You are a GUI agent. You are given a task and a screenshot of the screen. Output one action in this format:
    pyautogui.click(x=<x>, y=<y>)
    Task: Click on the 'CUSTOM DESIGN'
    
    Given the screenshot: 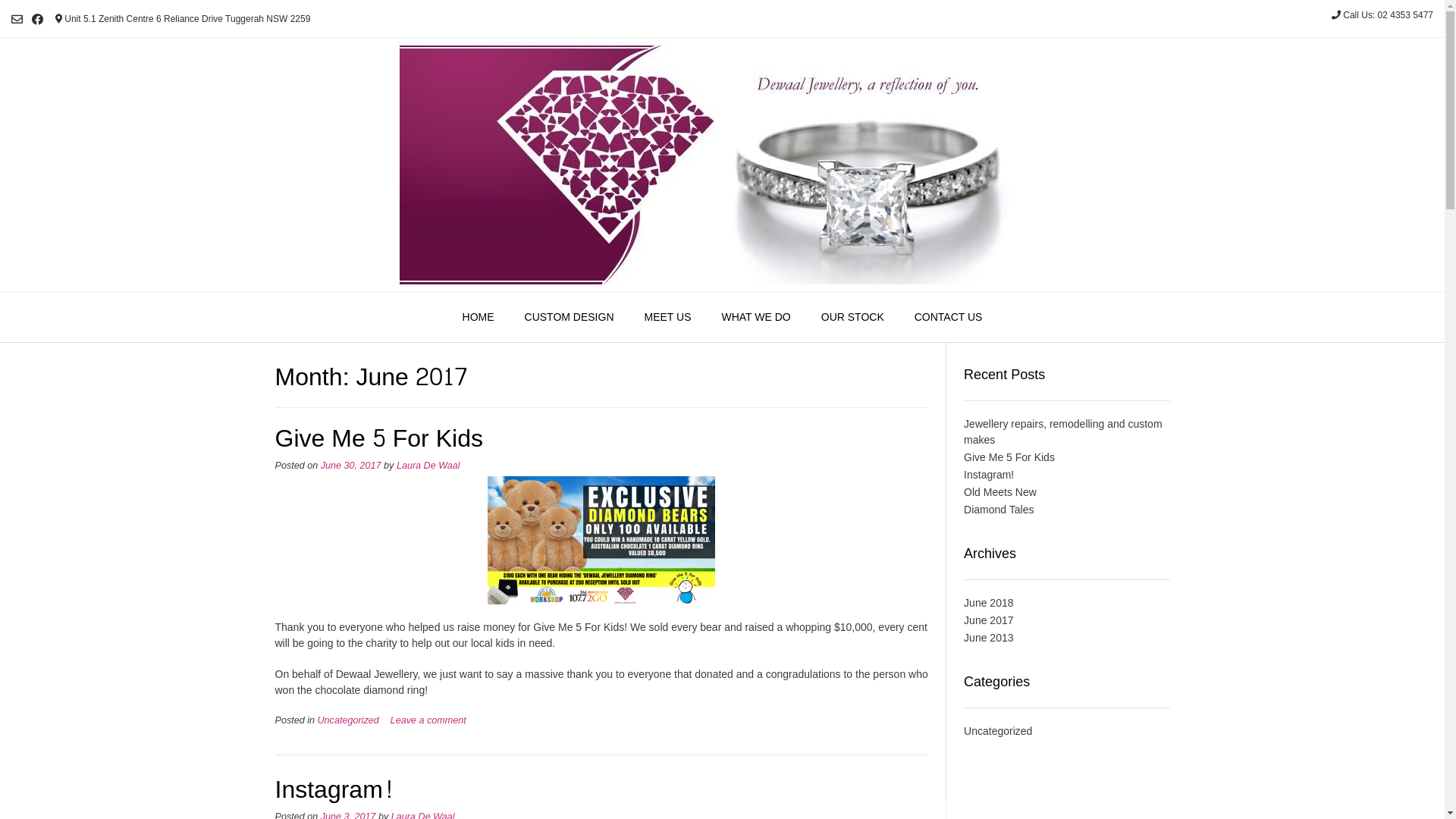 What is the action you would take?
    pyautogui.click(x=568, y=317)
    